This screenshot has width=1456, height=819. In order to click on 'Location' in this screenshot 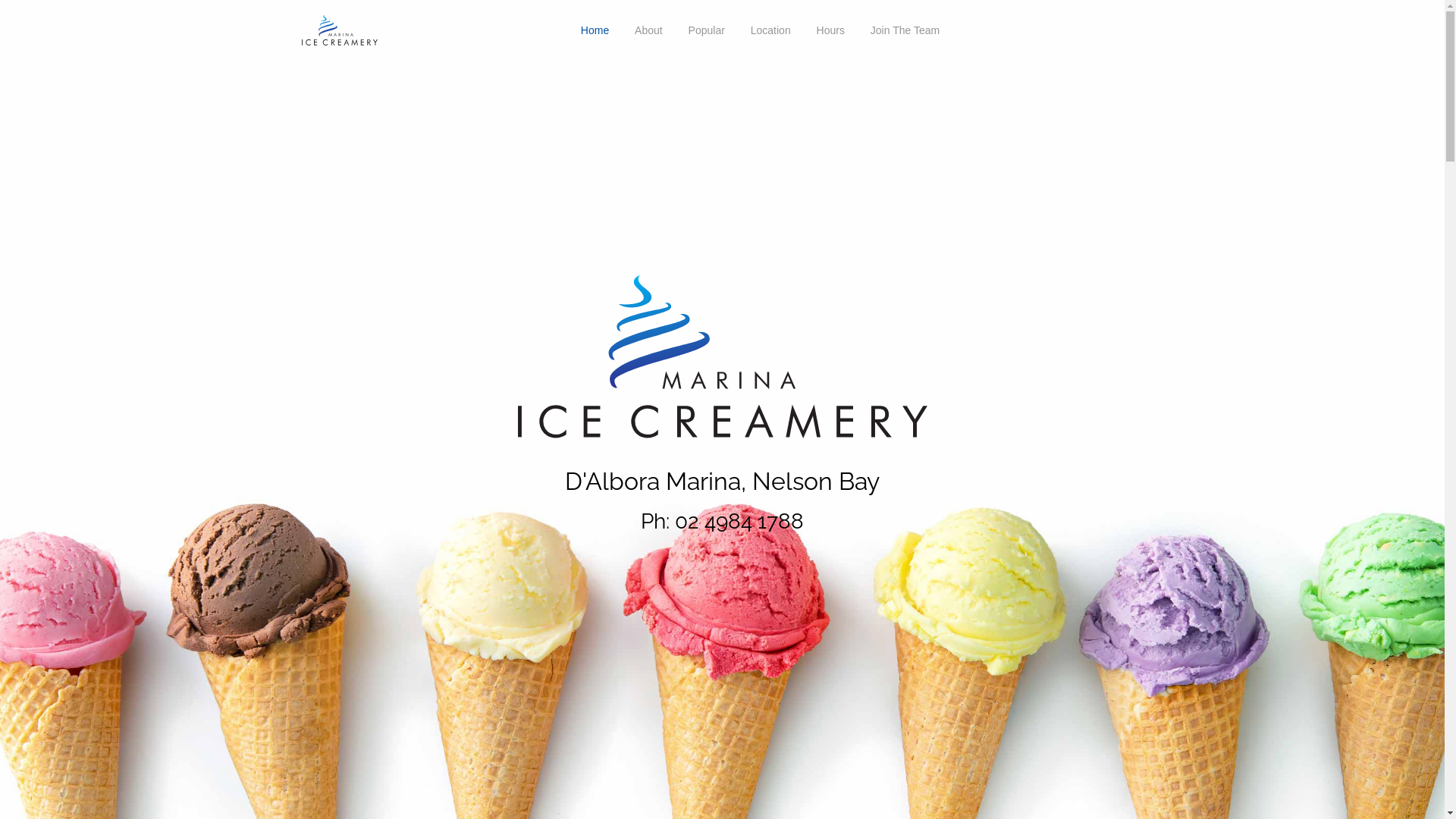, I will do `click(770, 30)`.